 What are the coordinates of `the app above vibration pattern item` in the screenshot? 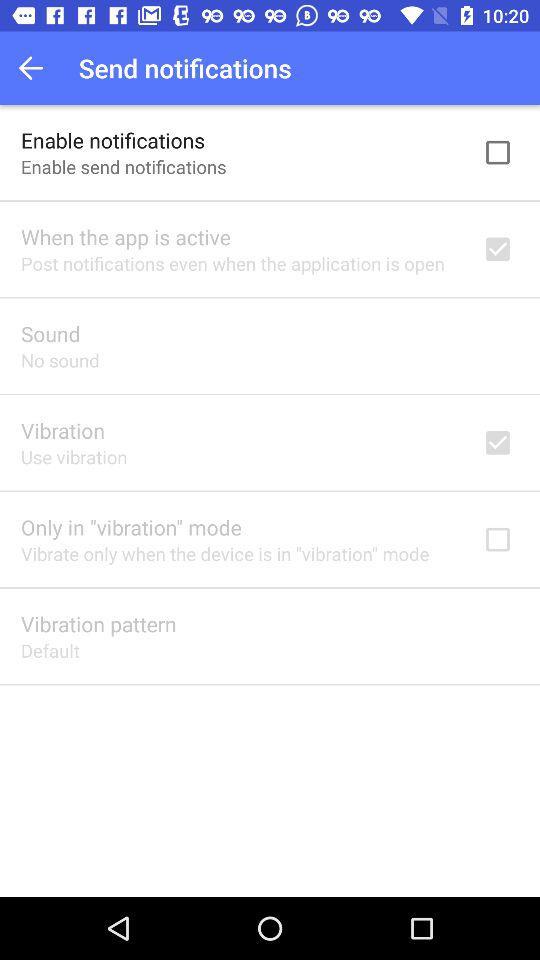 It's located at (224, 553).